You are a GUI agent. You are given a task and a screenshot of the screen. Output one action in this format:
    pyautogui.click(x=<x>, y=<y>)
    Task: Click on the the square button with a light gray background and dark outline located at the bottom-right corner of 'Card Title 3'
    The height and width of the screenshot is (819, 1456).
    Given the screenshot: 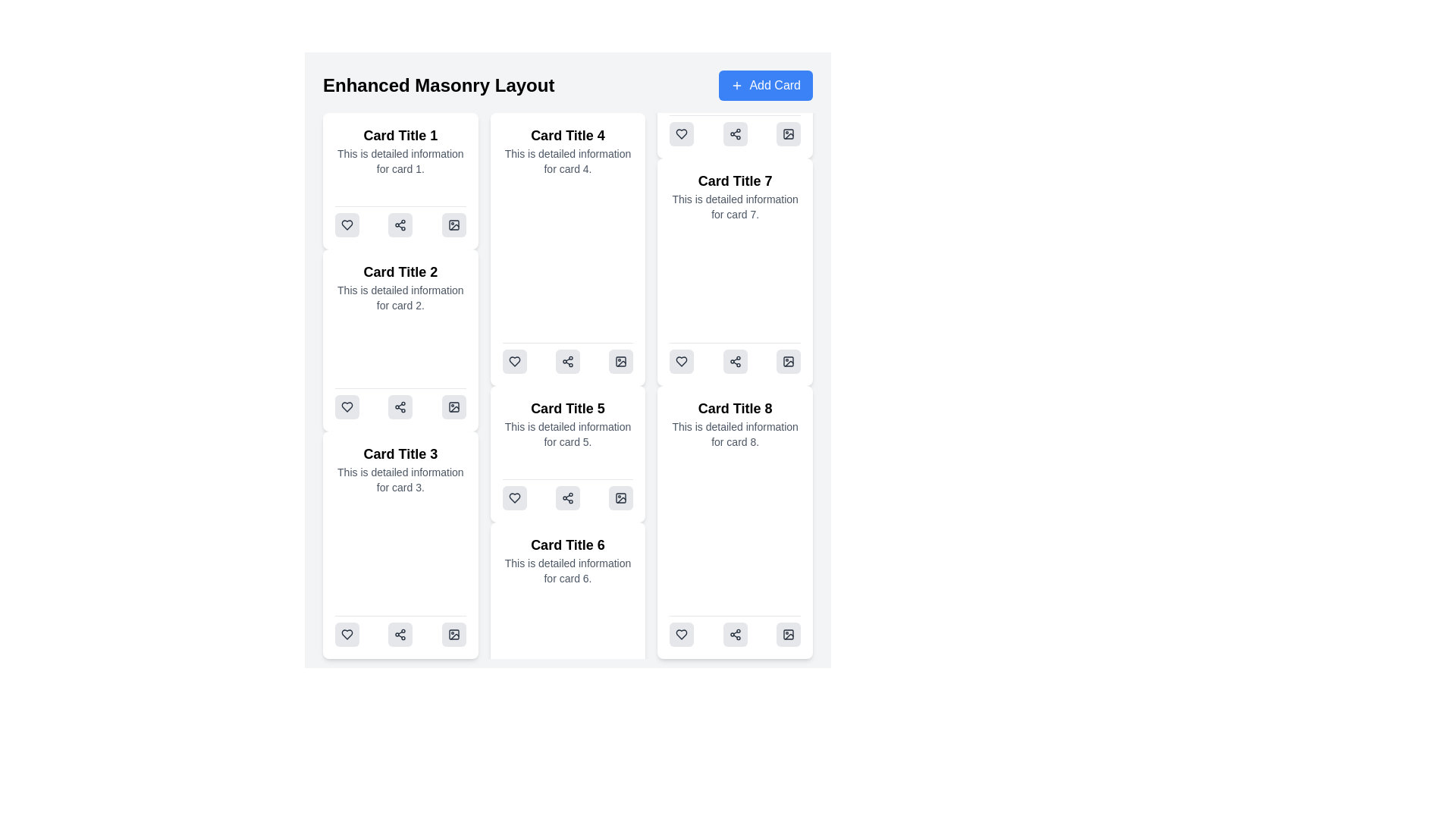 What is the action you would take?
    pyautogui.click(x=453, y=406)
    